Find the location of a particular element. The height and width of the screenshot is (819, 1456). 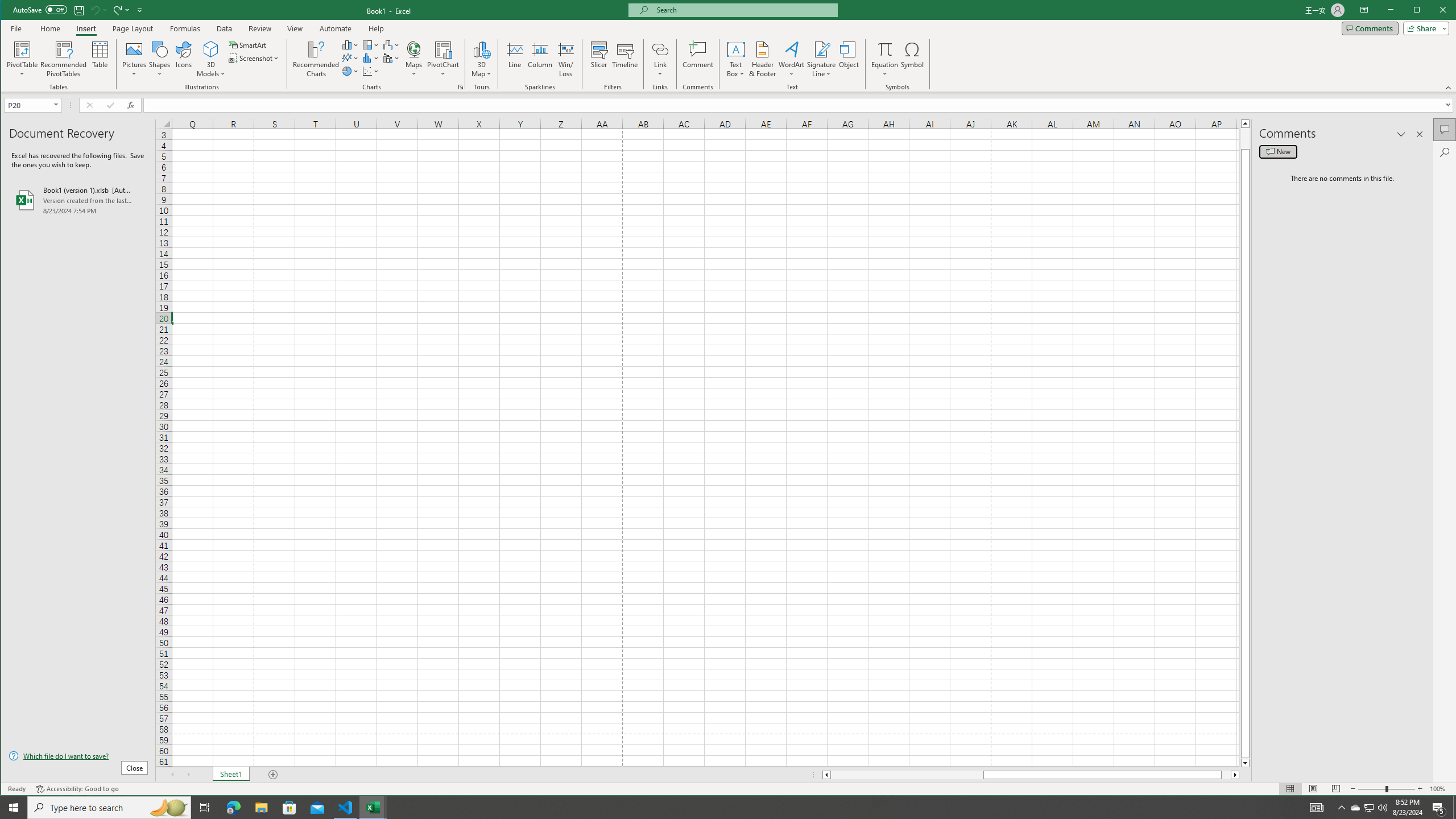

'Timeline' is located at coordinates (624, 59).